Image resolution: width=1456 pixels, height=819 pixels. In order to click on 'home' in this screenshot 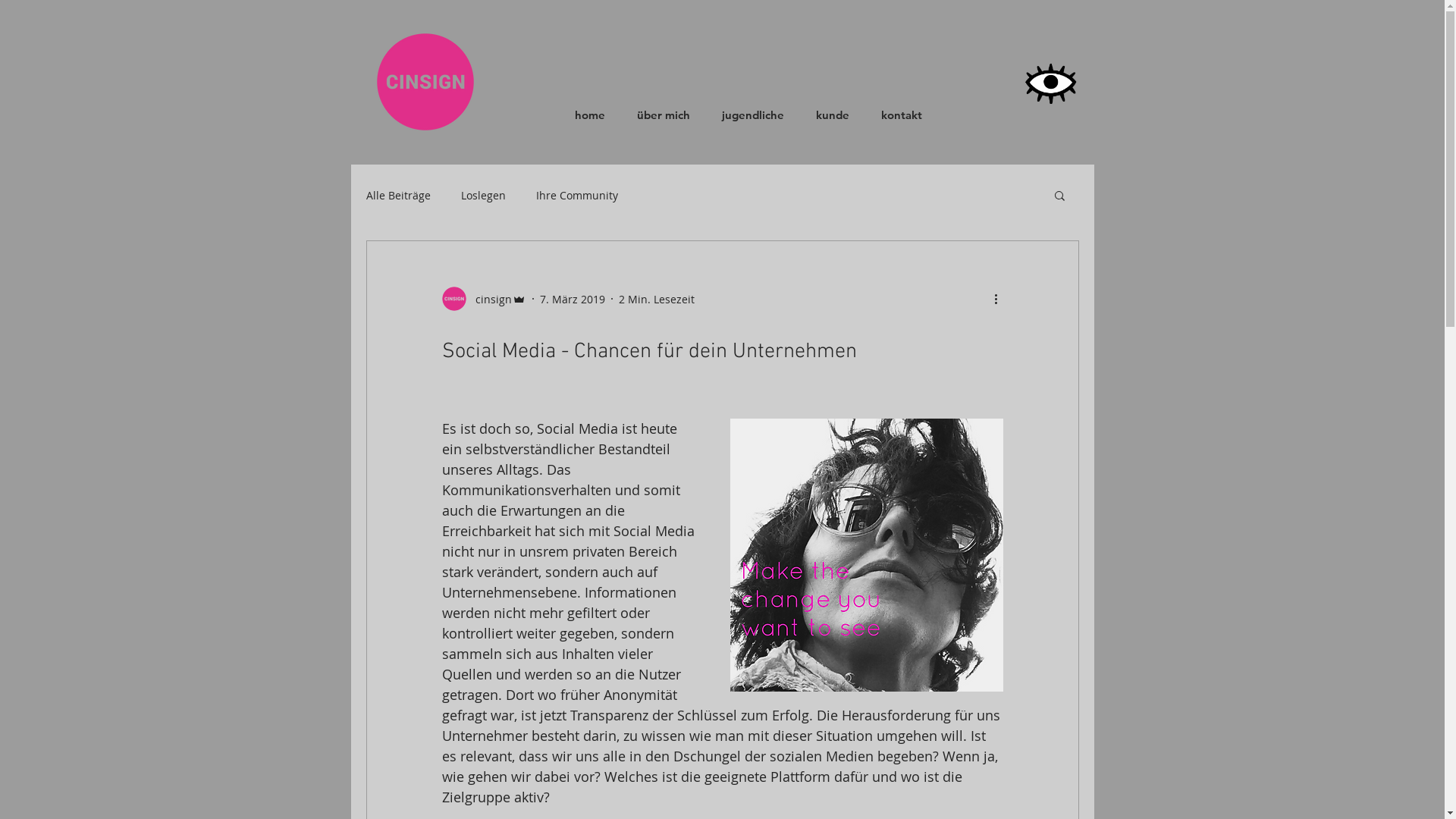, I will do `click(588, 114)`.